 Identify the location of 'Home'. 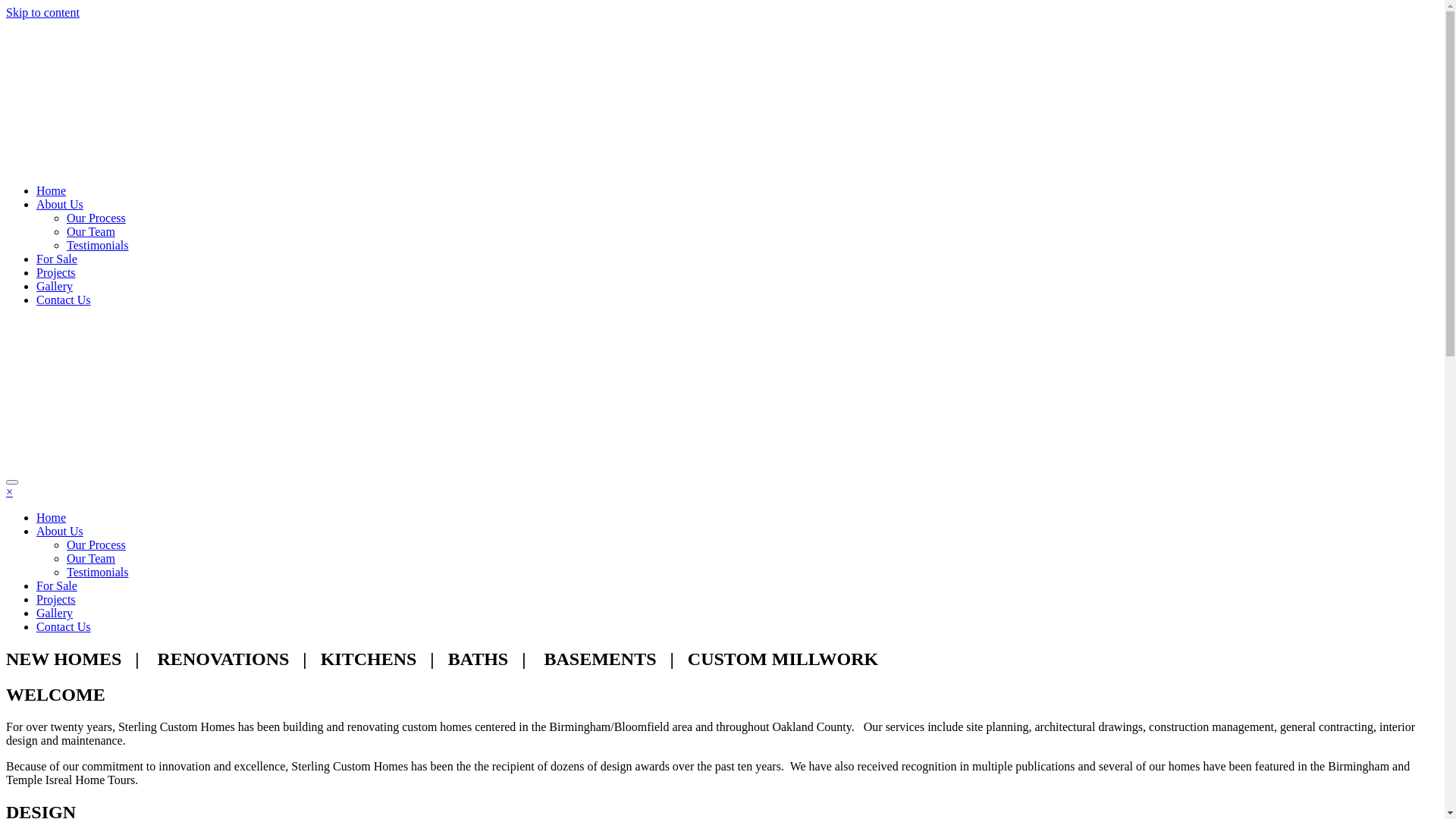
(51, 190).